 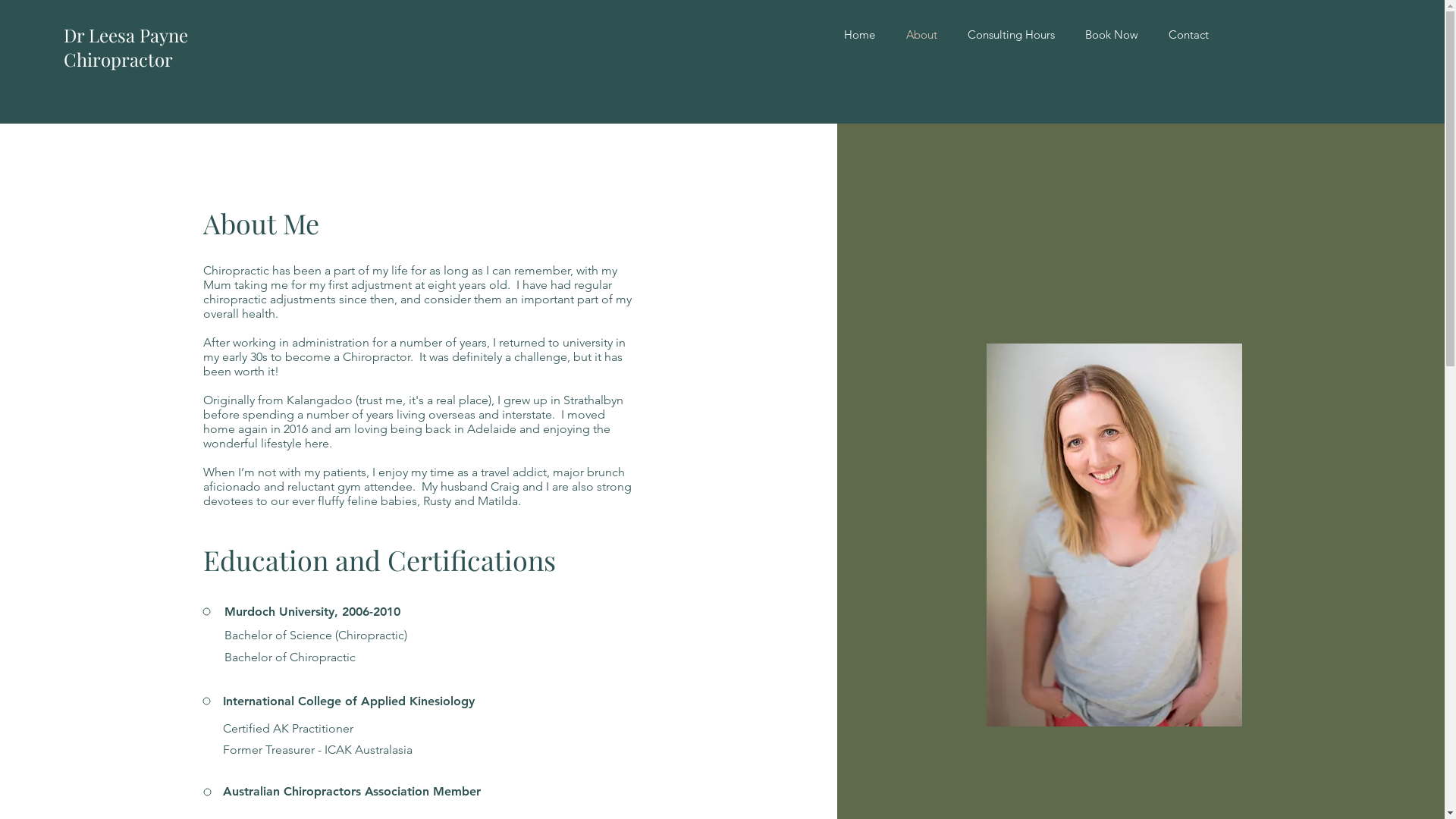 What do you see at coordinates (62, 34) in the screenshot?
I see `'Dr Leesa Payne'` at bounding box center [62, 34].